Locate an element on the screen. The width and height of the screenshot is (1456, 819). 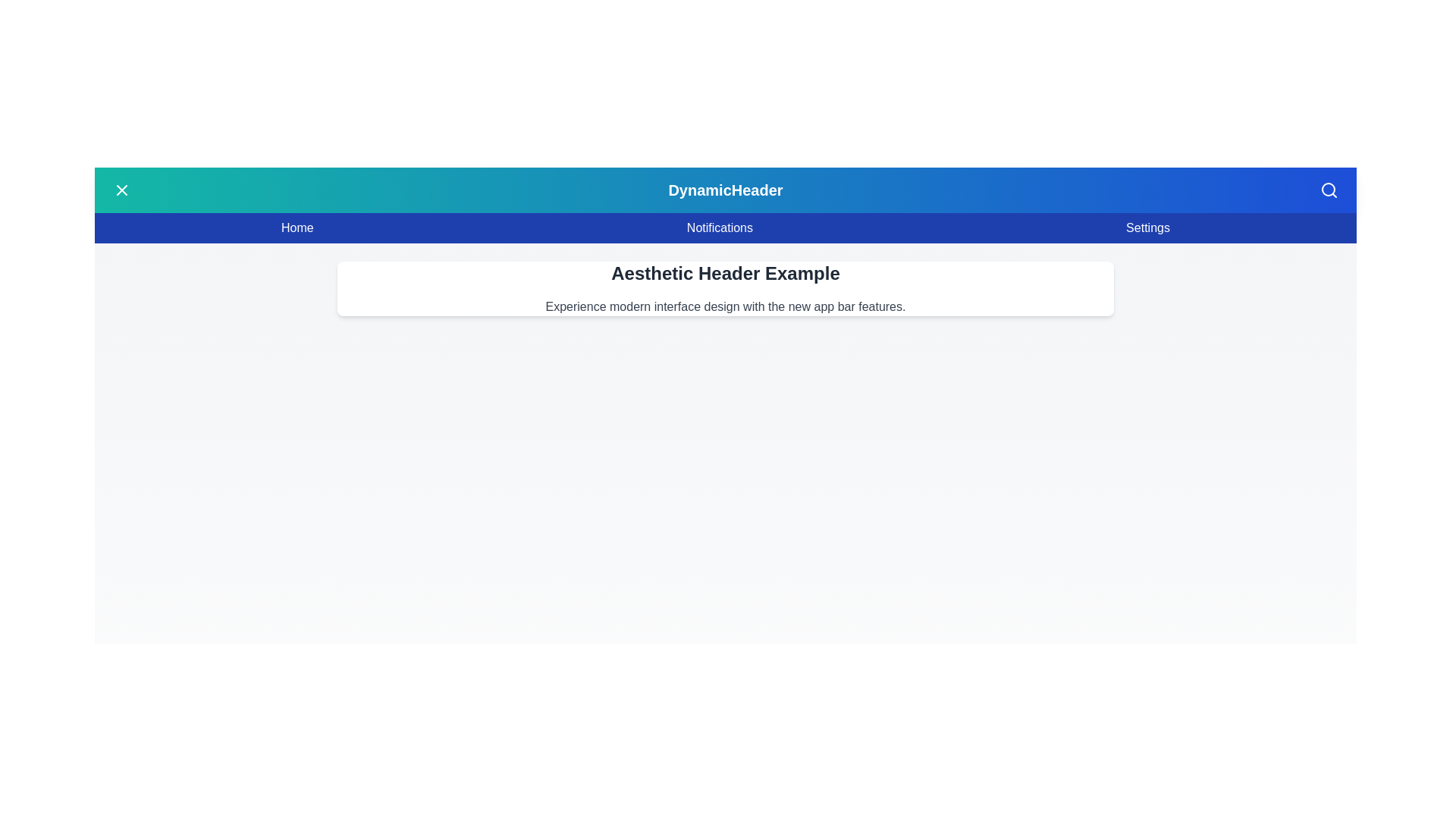
the 'Notifications' menu item in the navigation bar is located at coordinates (719, 227).